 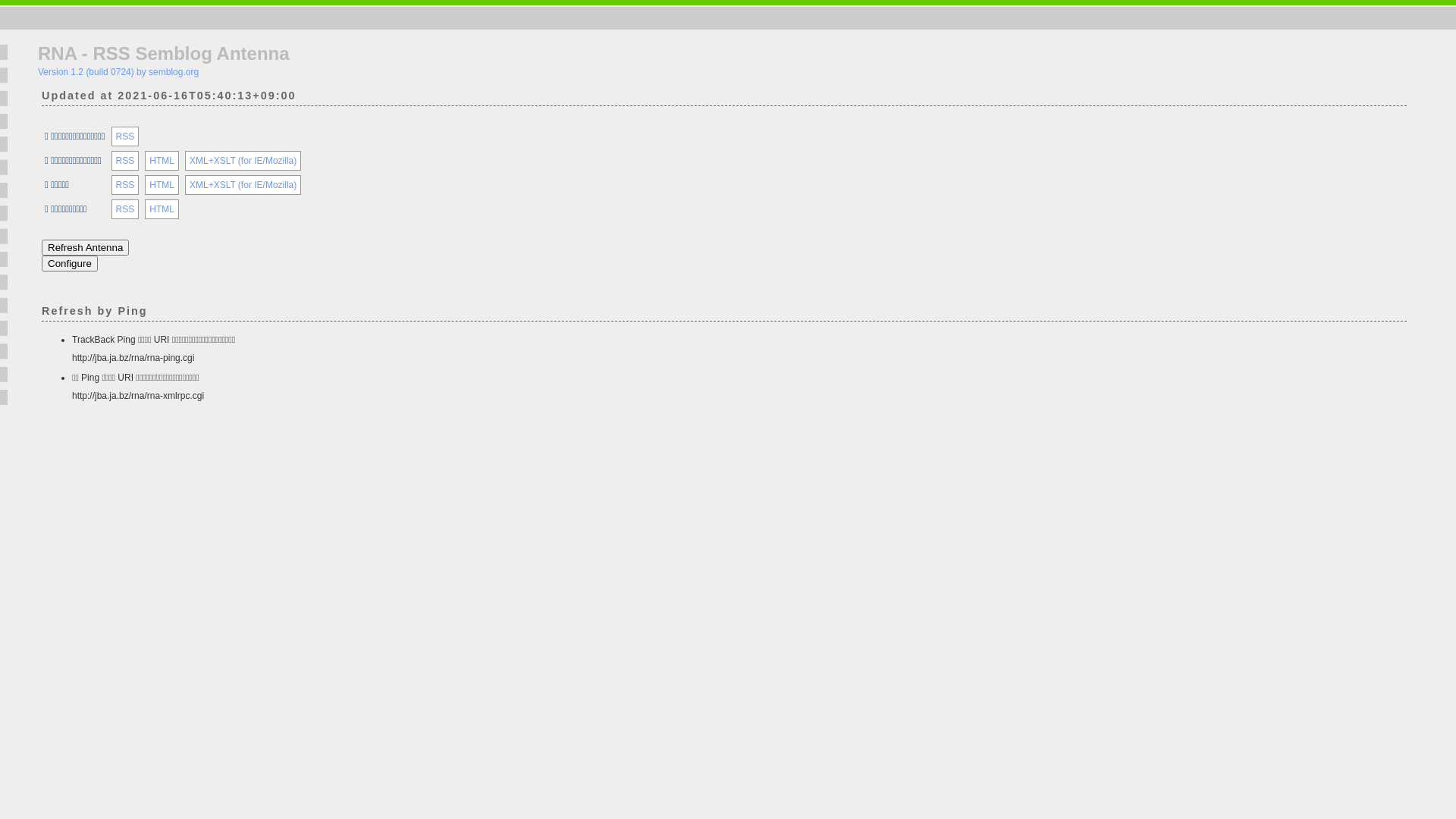 What do you see at coordinates (125, 184) in the screenshot?
I see `'RSS'` at bounding box center [125, 184].